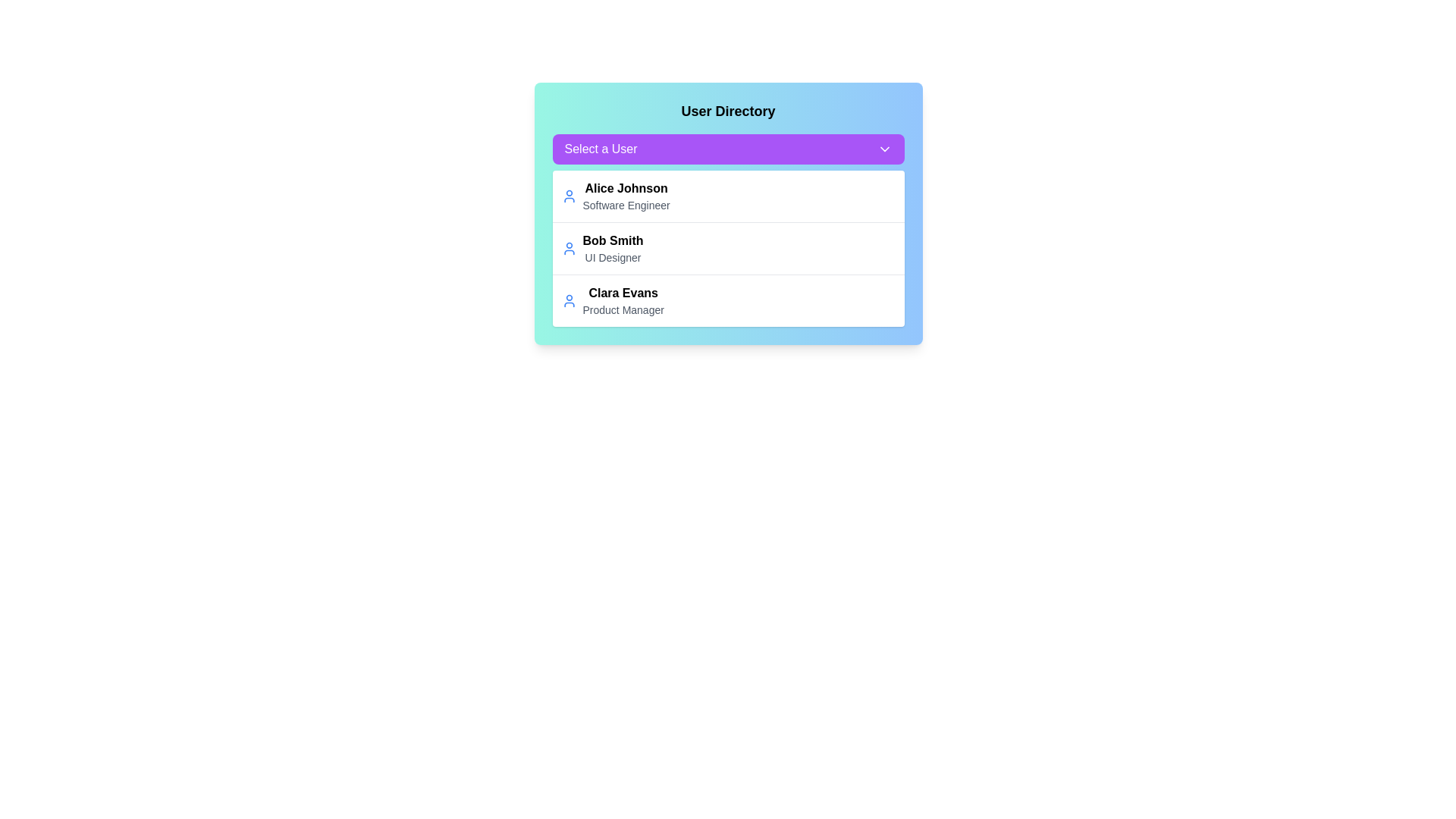 The height and width of the screenshot is (819, 1456). What do you see at coordinates (568, 247) in the screenshot?
I see `the avatar icon representing user 'Bob Smith' located to the left of the text 'Bob Smith UI Designer' in the second user row of the user directory` at bounding box center [568, 247].